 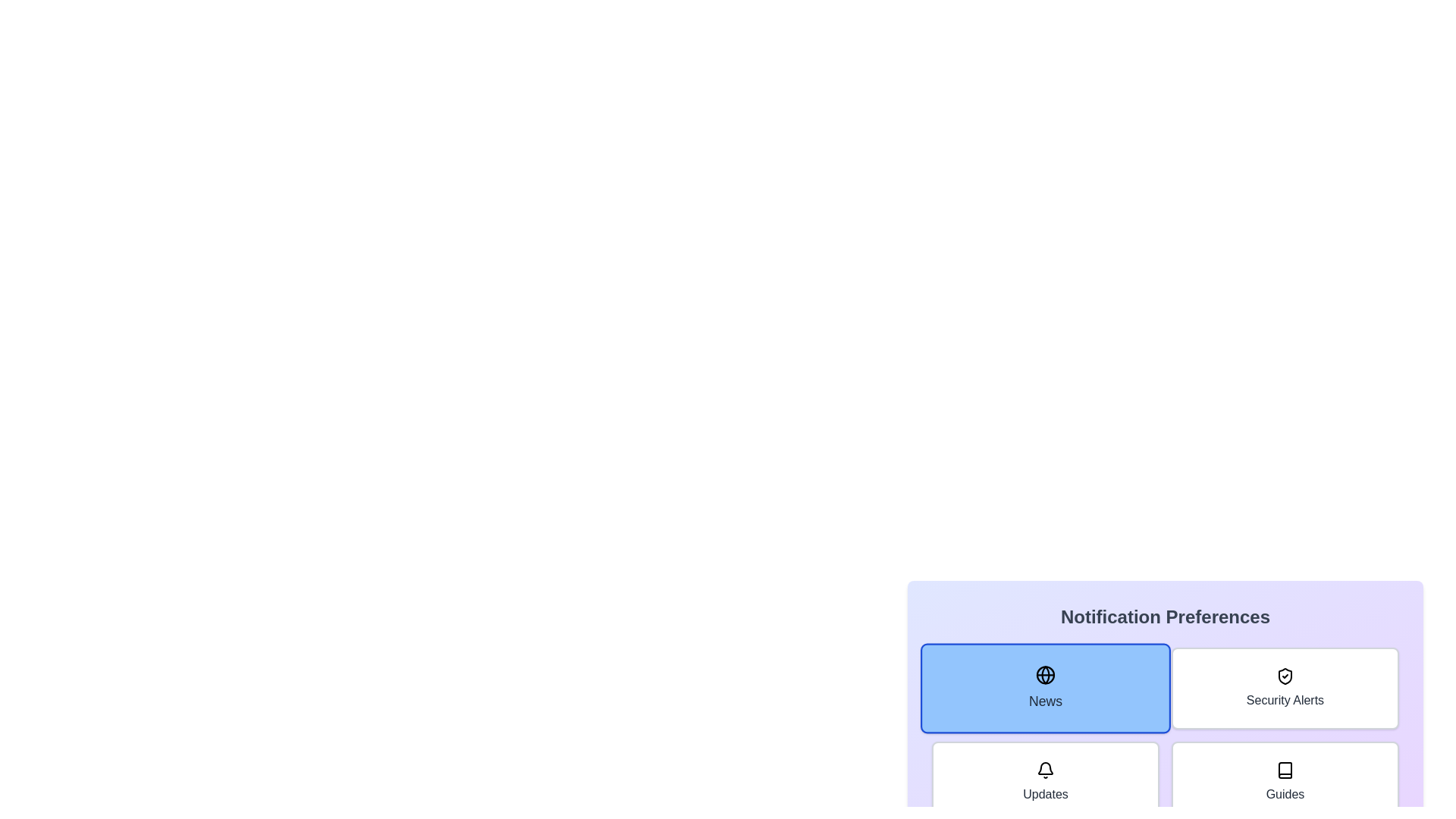 I want to click on the 'Guides' notification preference button to toggle its state, so click(x=1284, y=783).